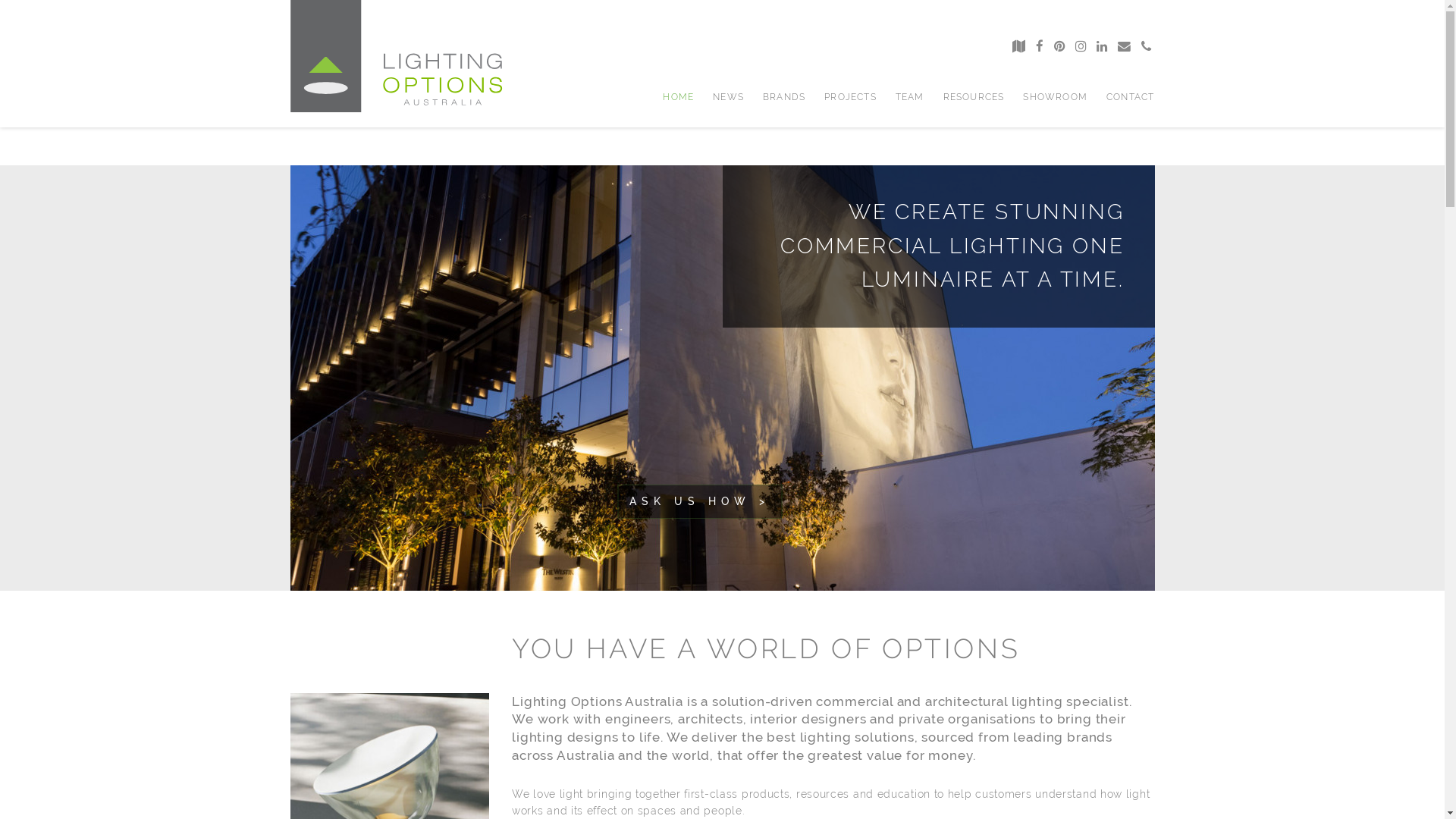  Describe the element at coordinates (728, 96) in the screenshot. I see `'NEWS'` at that location.